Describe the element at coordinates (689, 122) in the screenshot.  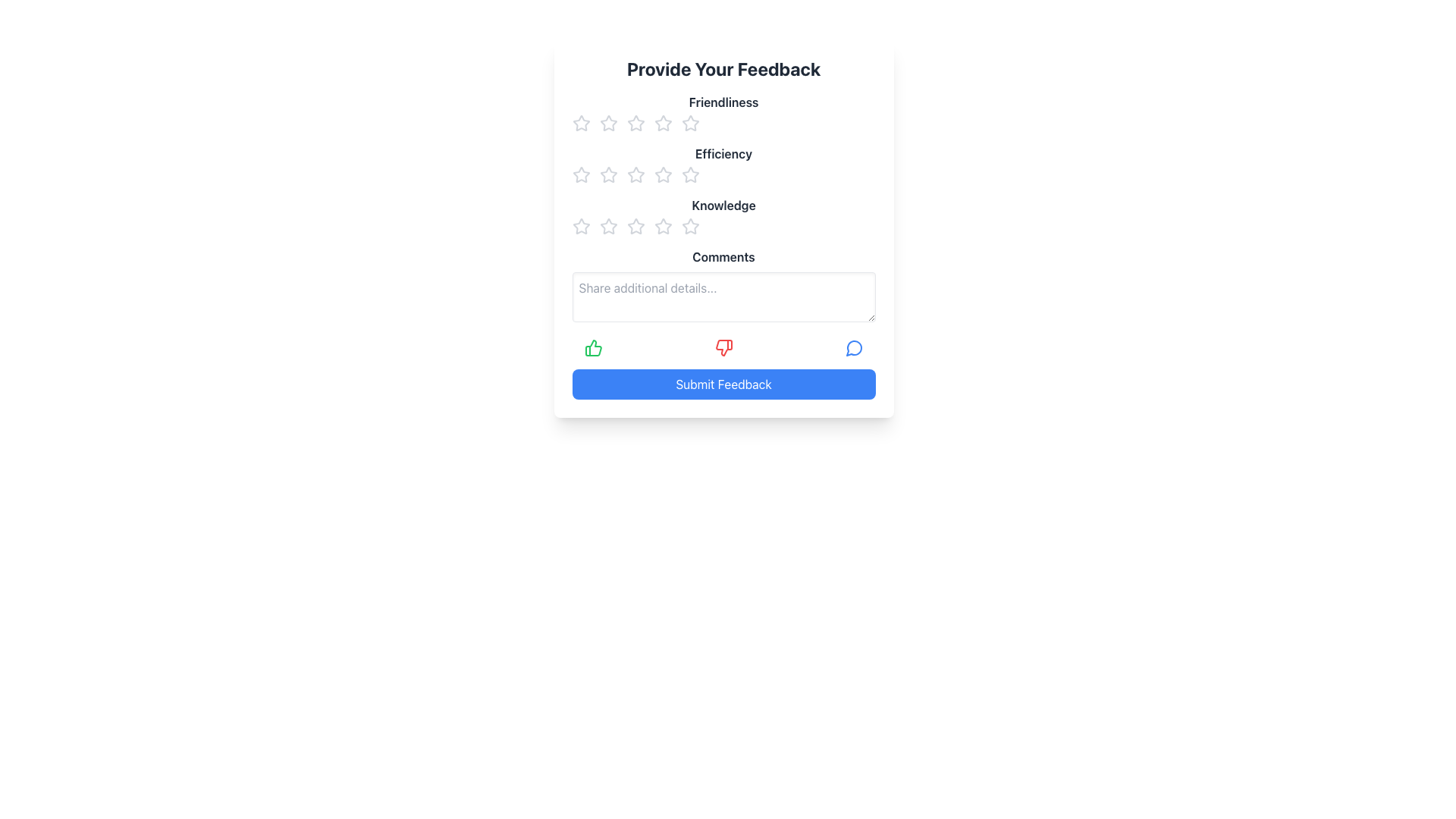
I see `the fifth star-shaped Rating icon for 'Friendliness'` at that location.